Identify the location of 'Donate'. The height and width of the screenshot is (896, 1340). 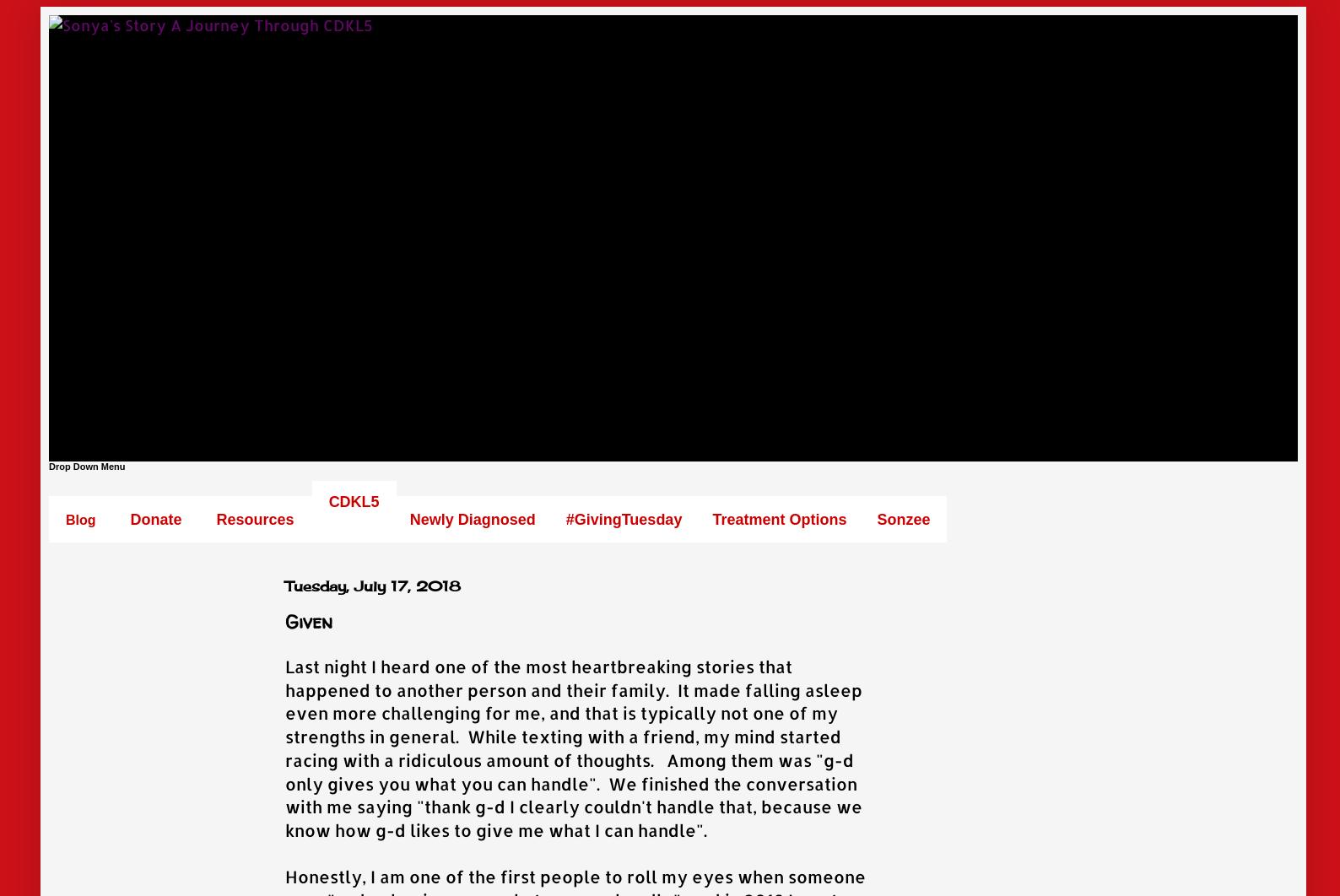
(154, 519).